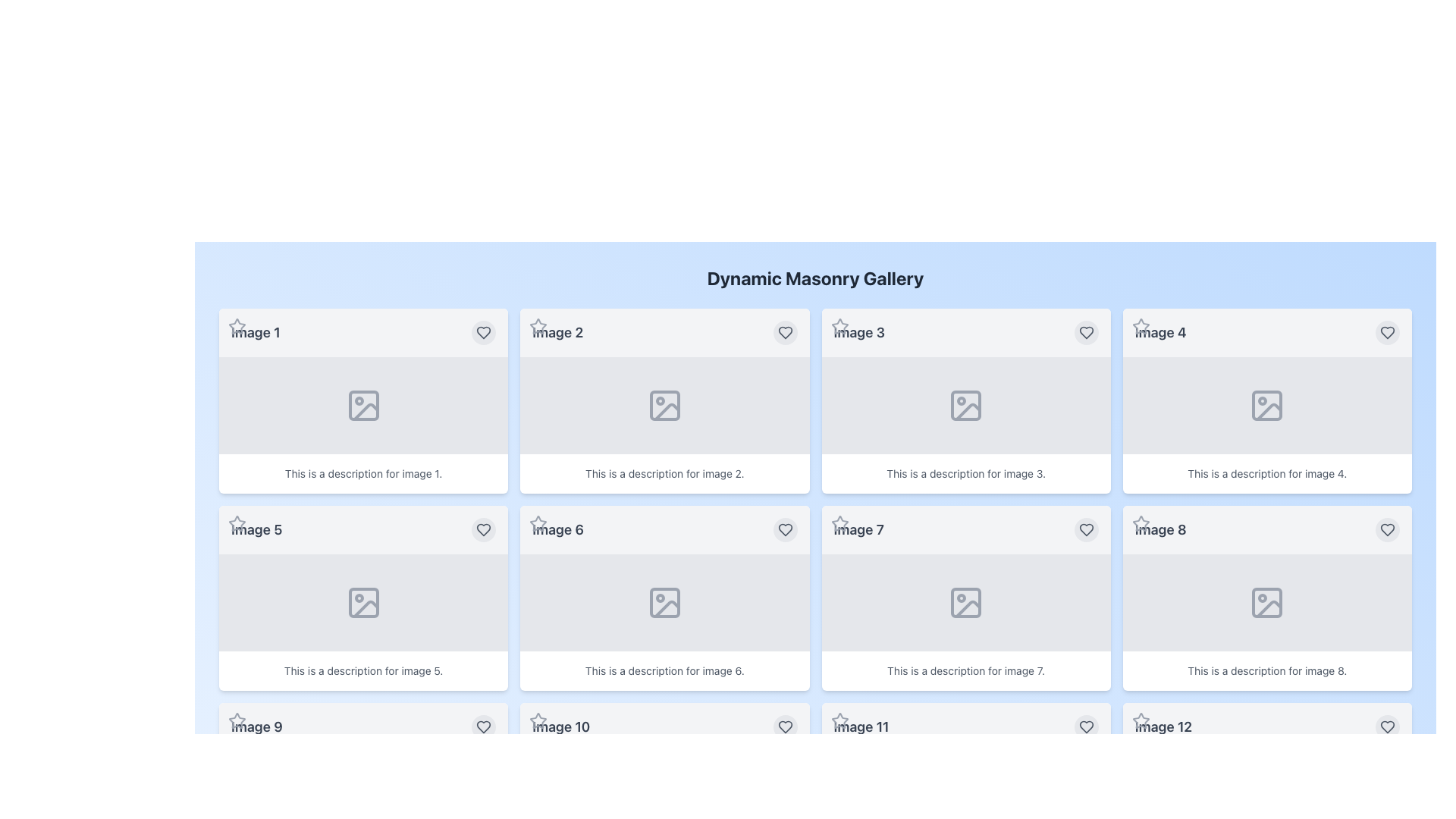  What do you see at coordinates (256, 332) in the screenshot?
I see `text displayed in the label at the top-left corner of the first card in the grid layout, which identifies its content or category` at bounding box center [256, 332].